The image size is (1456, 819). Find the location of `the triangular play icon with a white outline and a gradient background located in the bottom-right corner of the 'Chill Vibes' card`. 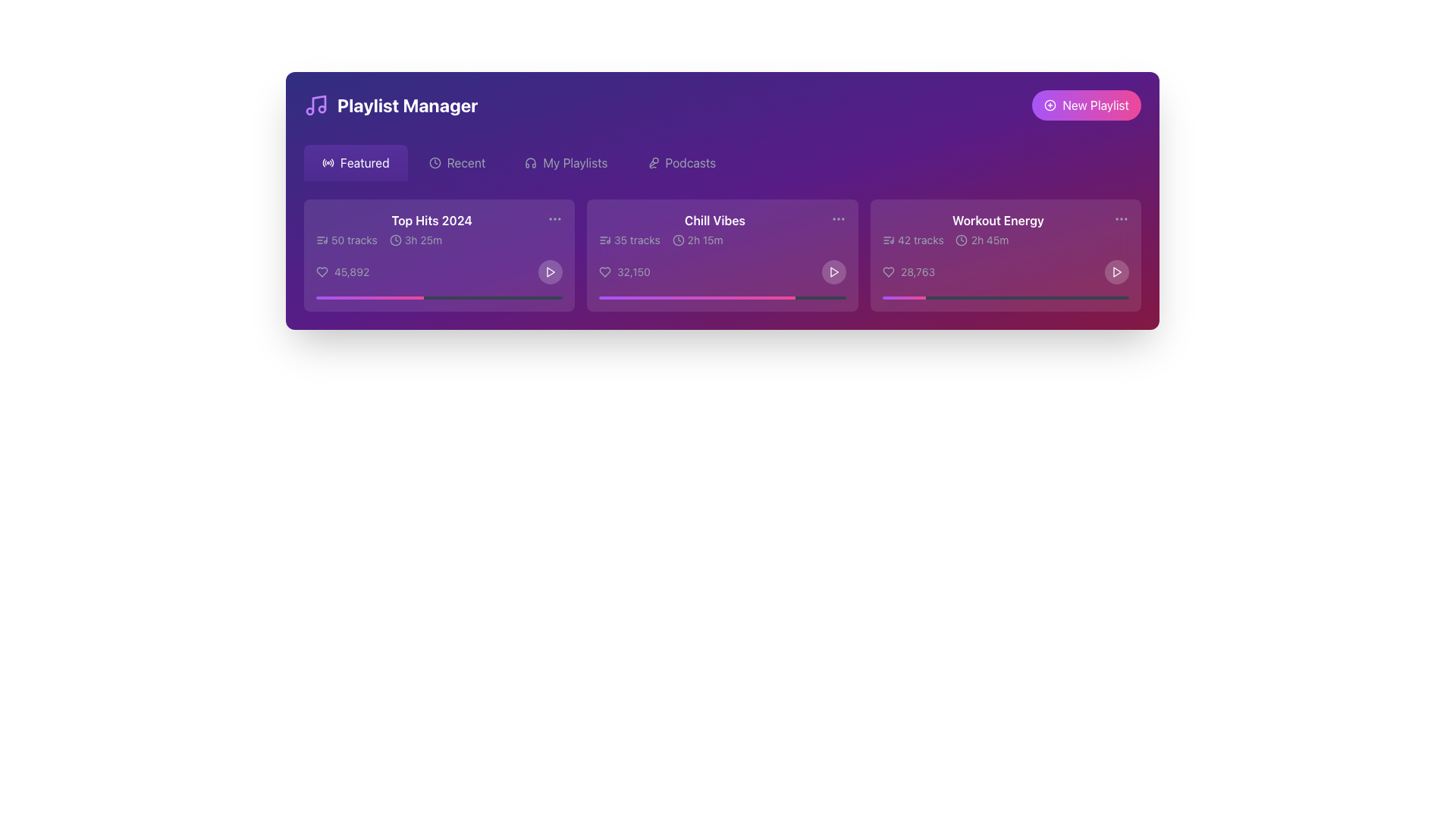

the triangular play icon with a white outline and a gradient background located in the bottom-right corner of the 'Chill Vibes' card is located at coordinates (833, 271).